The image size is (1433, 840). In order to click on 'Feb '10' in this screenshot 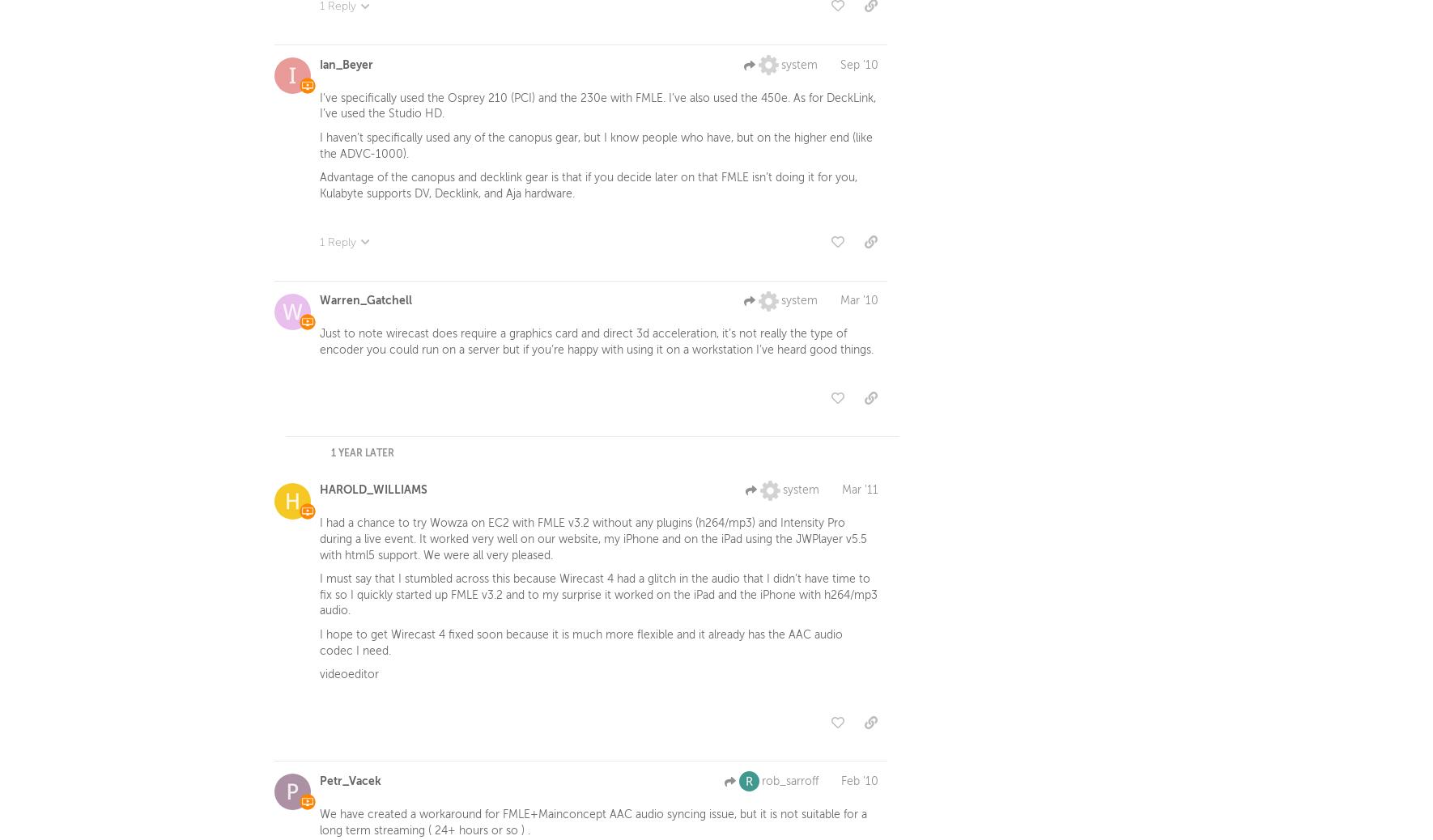, I will do `click(860, 784)`.